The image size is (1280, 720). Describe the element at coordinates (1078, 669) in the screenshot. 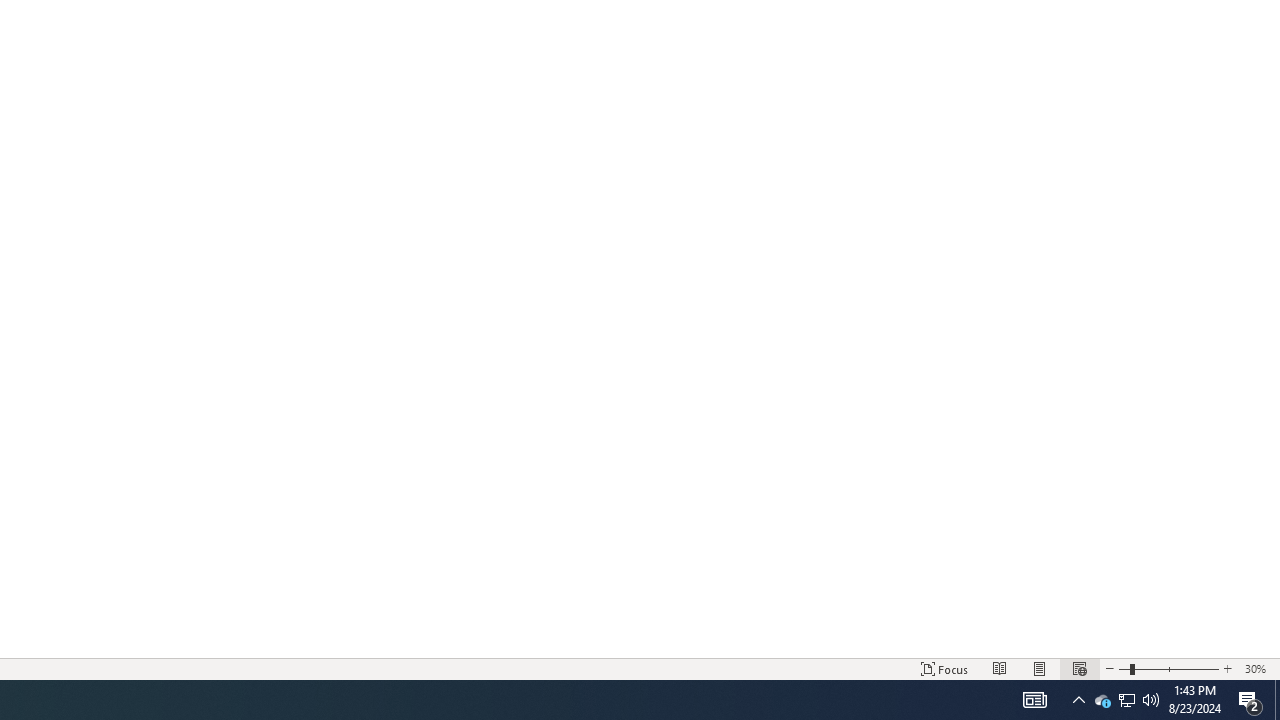

I see `'Web Layout'` at that location.